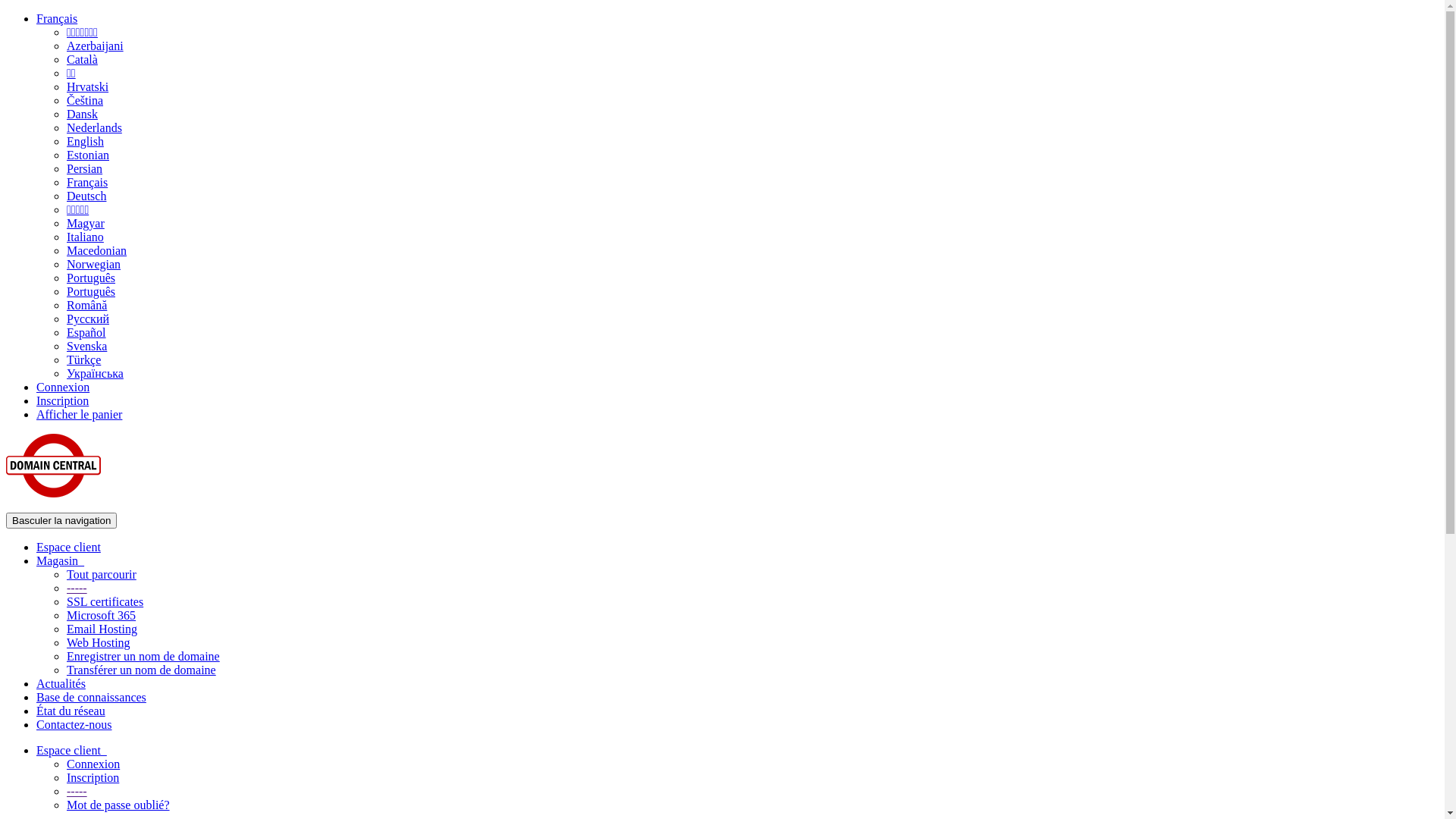 The image size is (1456, 819). Describe the element at coordinates (61, 400) in the screenshot. I see `'Inscription'` at that location.